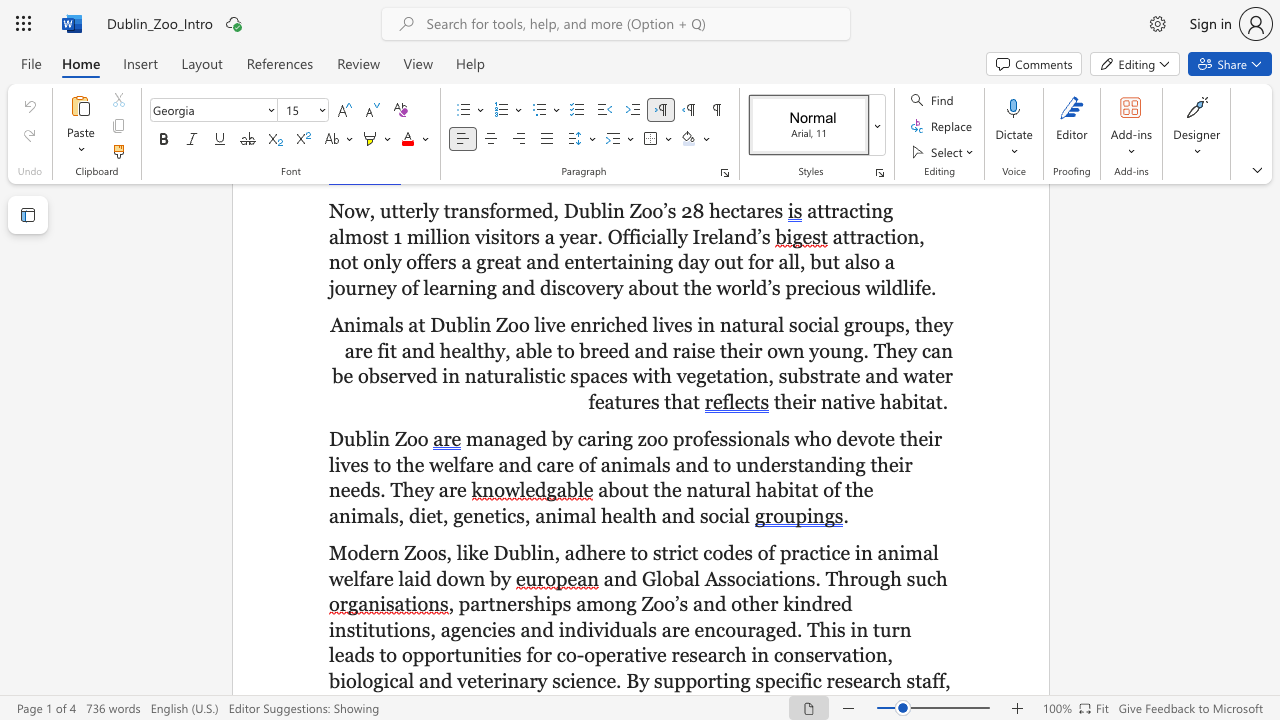  I want to click on the subset text "trict codes of practice in animal welfare laid down b" within the text "Modern Zoos, like Dublin, adhere to strict codes of practice in animal welfare laid down by", so click(661, 553).